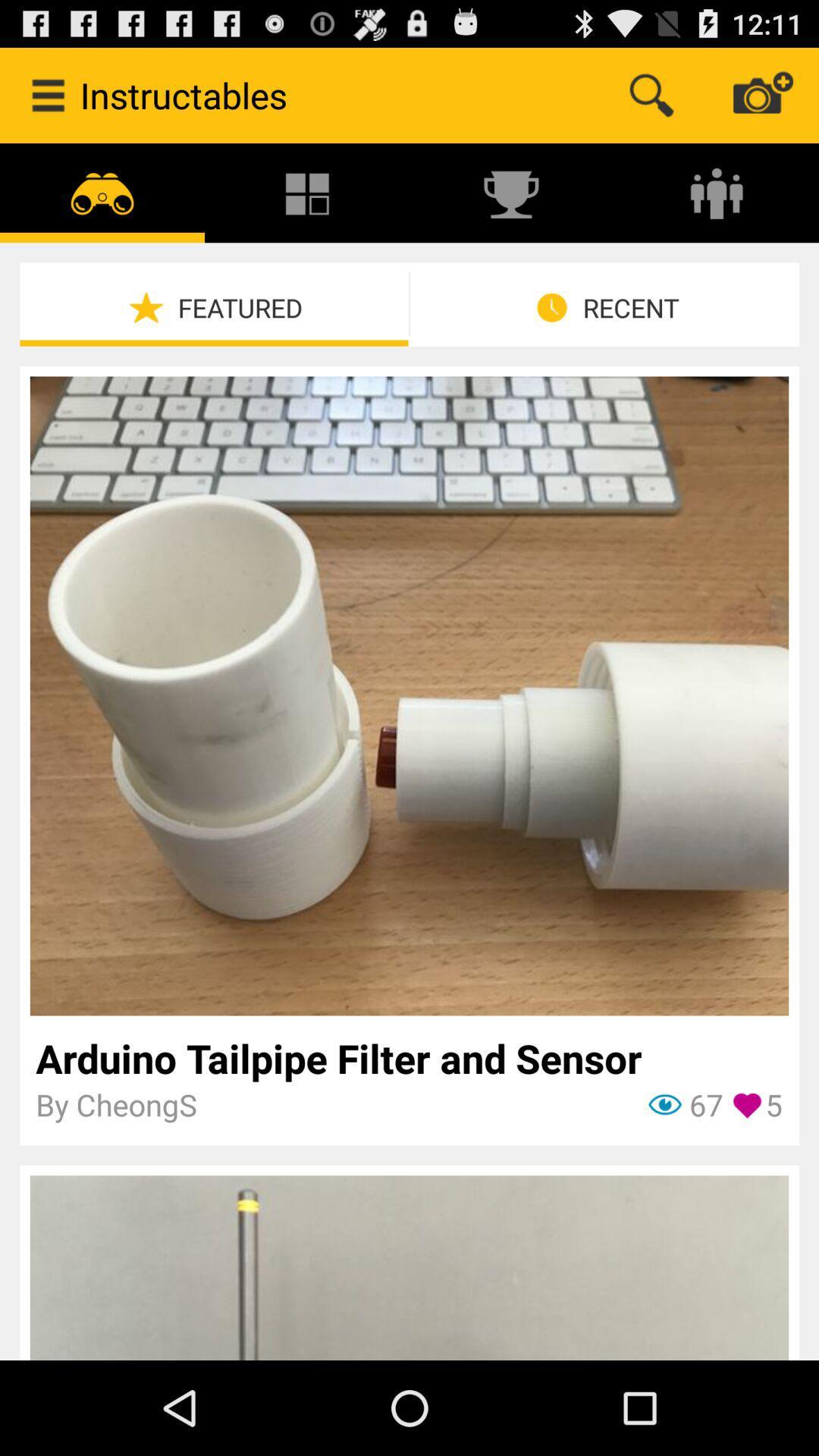 The image size is (819, 1456). I want to click on item above 5, so click(408, 1057).